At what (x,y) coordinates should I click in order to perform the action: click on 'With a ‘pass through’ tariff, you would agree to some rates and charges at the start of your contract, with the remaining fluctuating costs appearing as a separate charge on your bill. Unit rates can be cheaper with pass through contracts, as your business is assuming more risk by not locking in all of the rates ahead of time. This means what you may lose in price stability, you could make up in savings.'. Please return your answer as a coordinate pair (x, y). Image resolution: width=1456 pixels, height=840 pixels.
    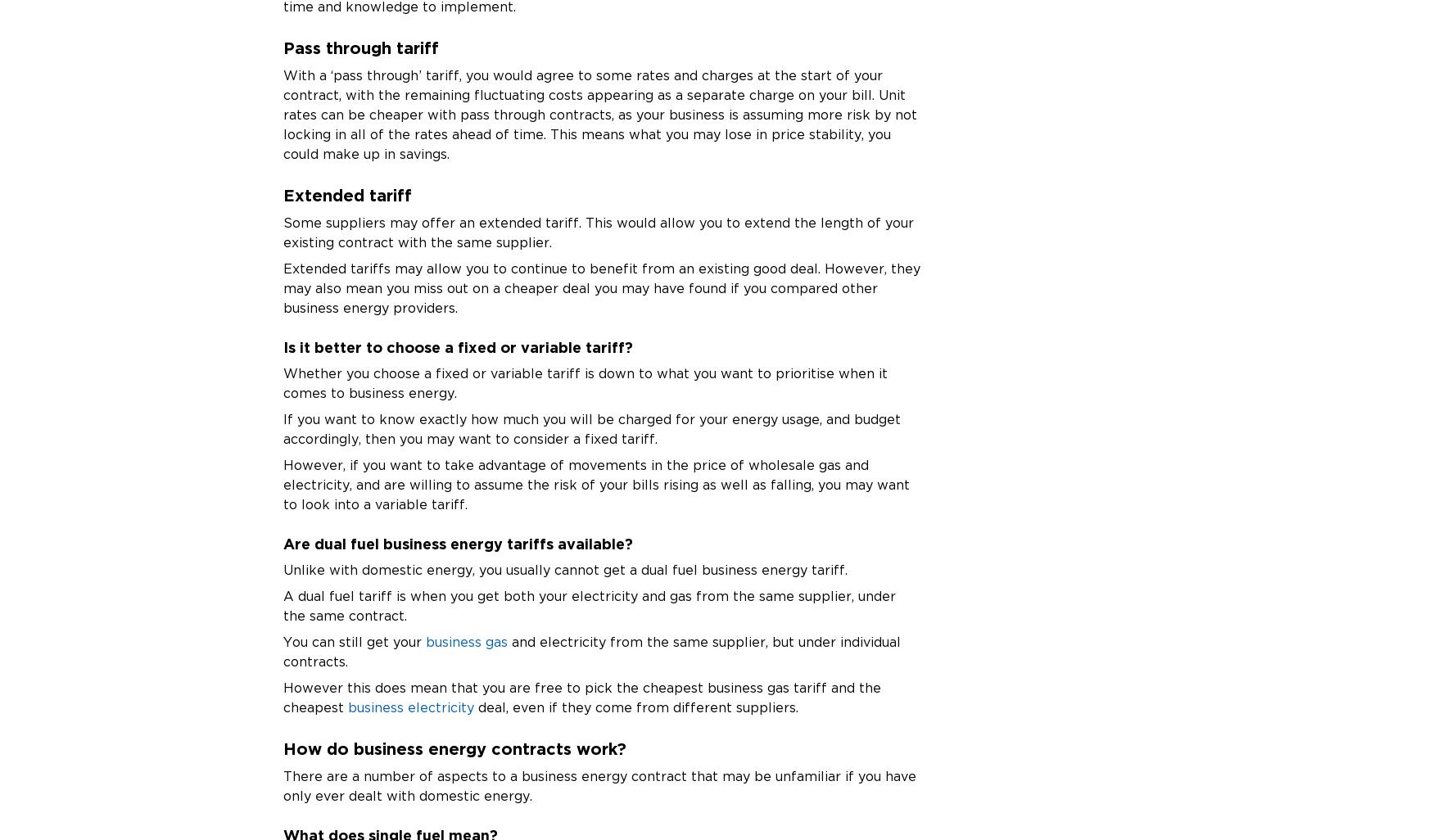
    Looking at the image, I should click on (599, 114).